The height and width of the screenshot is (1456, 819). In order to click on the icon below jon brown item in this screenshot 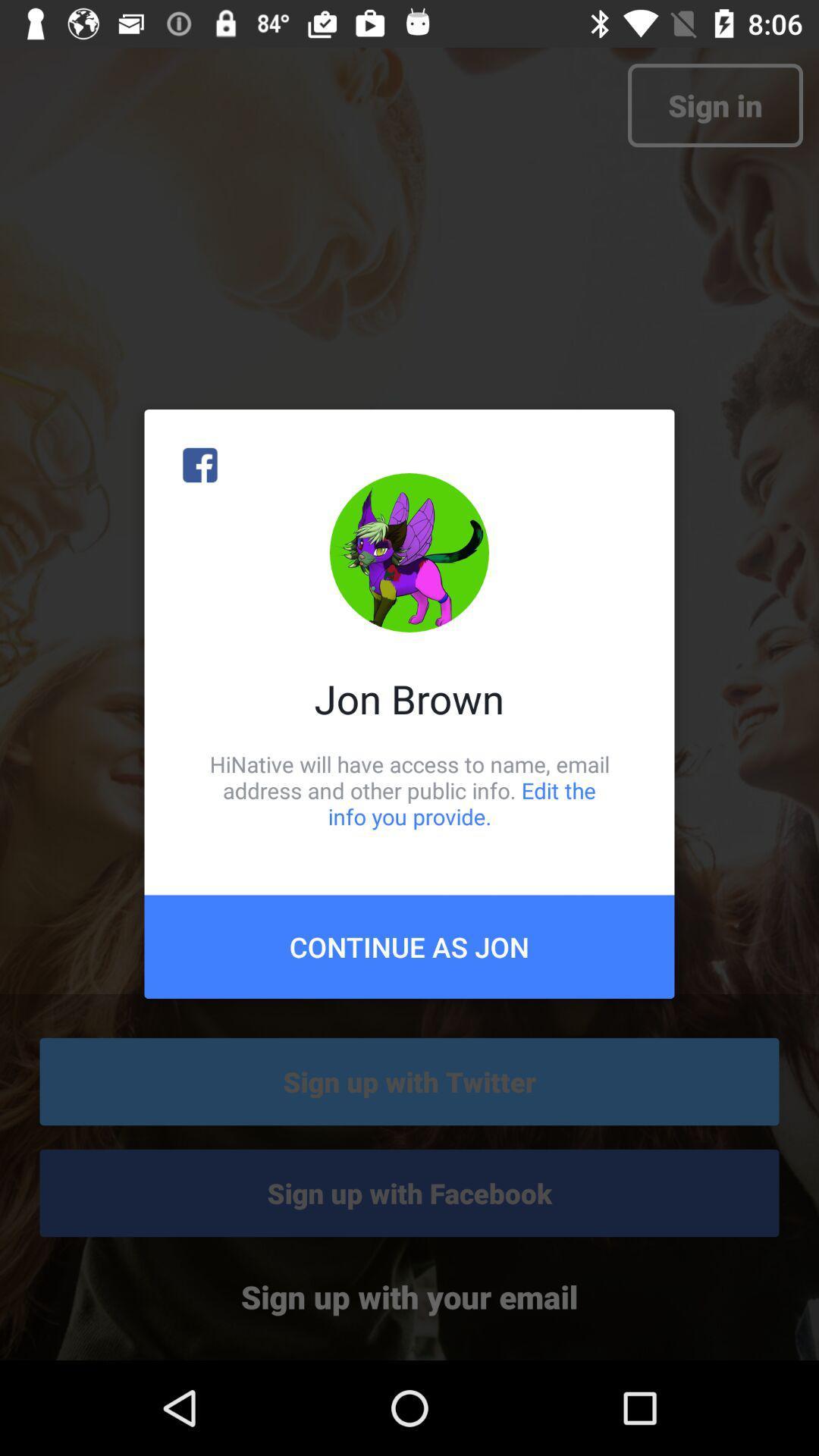, I will do `click(409, 789)`.